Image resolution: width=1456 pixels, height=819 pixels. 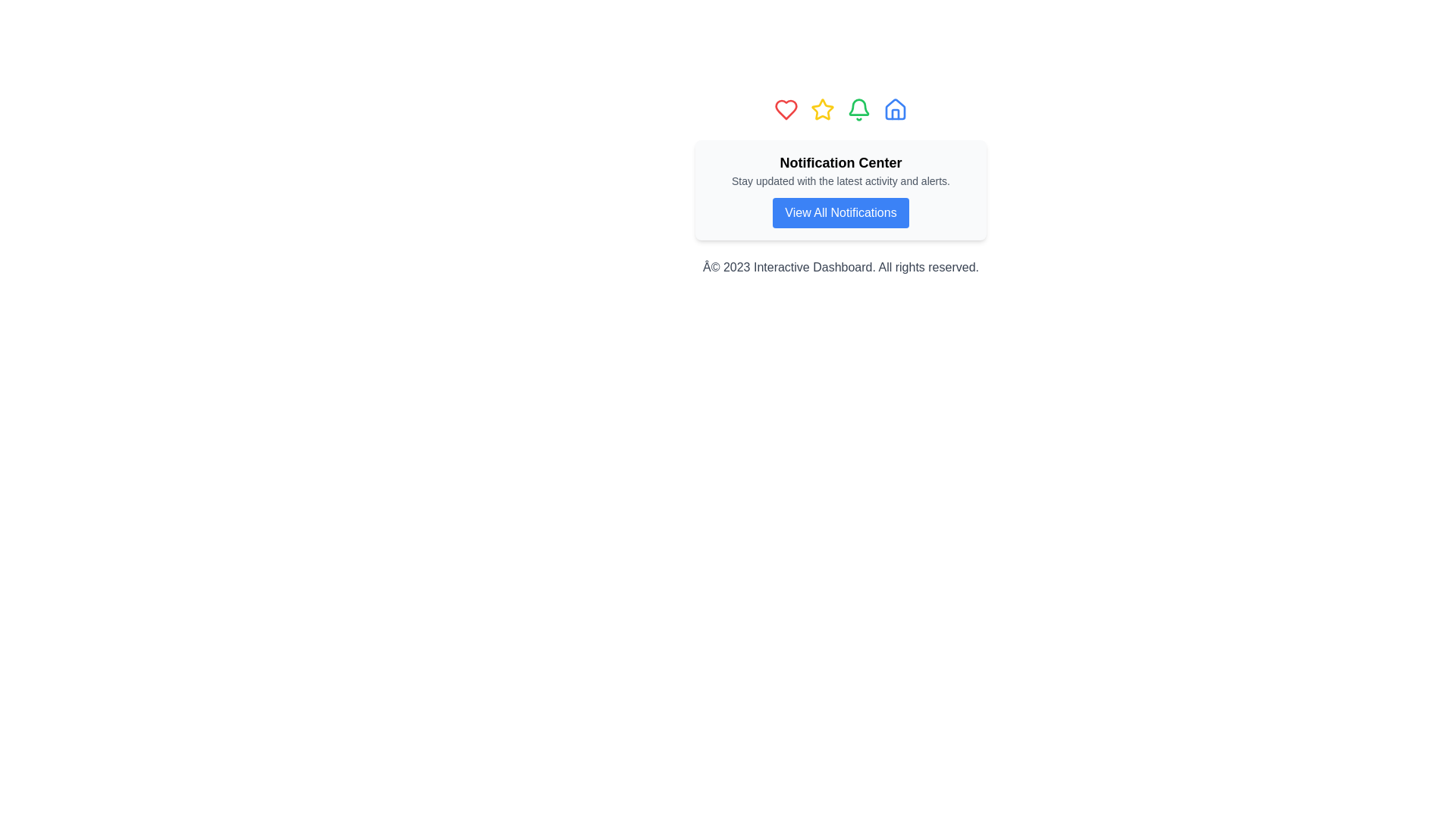 I want to click on the rectangular button with a blue background and white text reading 'View All Notifications', so click(x=839, y=213).